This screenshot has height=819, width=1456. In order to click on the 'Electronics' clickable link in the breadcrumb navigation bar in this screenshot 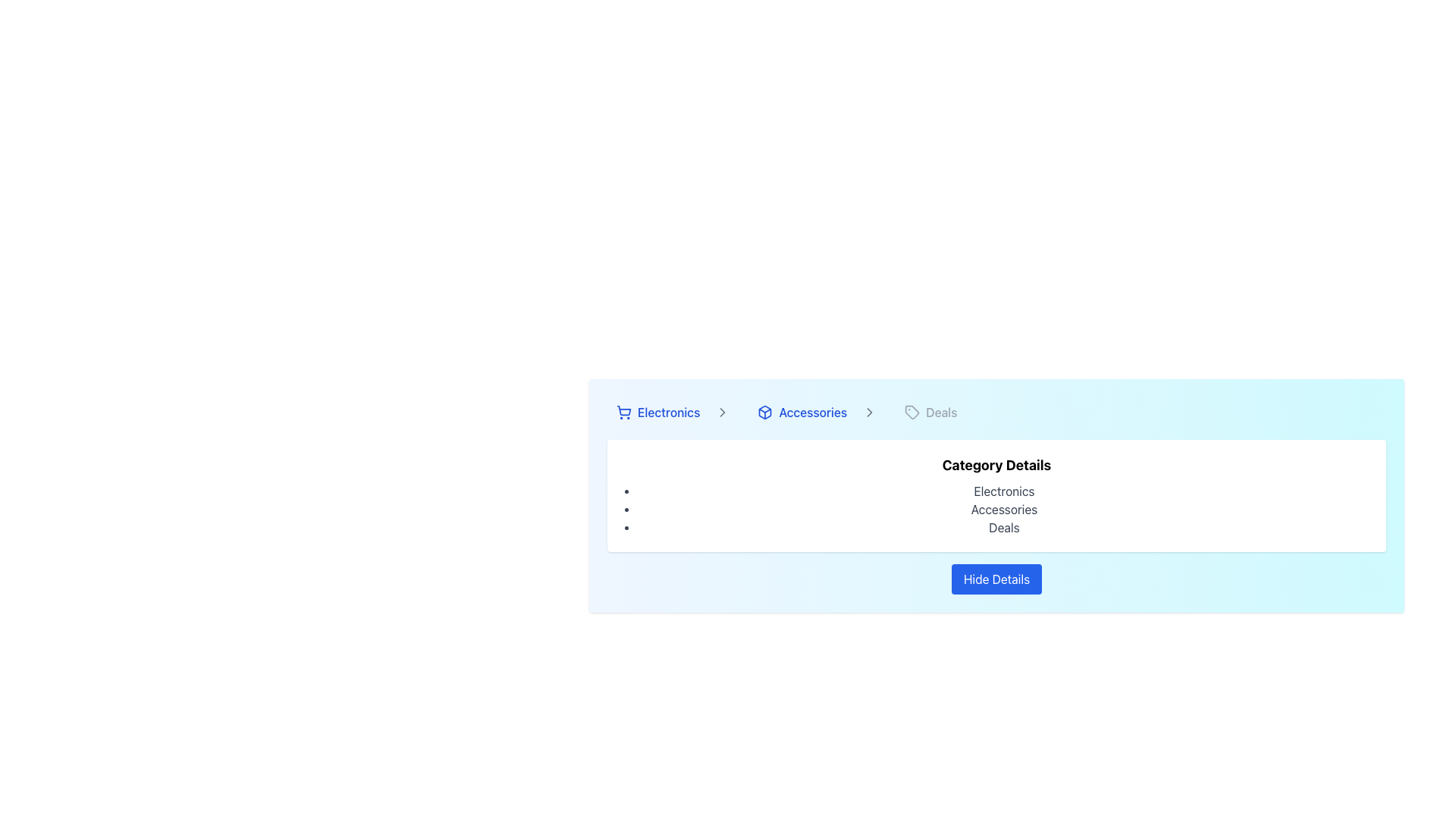, I will do `click(671, 412)`.